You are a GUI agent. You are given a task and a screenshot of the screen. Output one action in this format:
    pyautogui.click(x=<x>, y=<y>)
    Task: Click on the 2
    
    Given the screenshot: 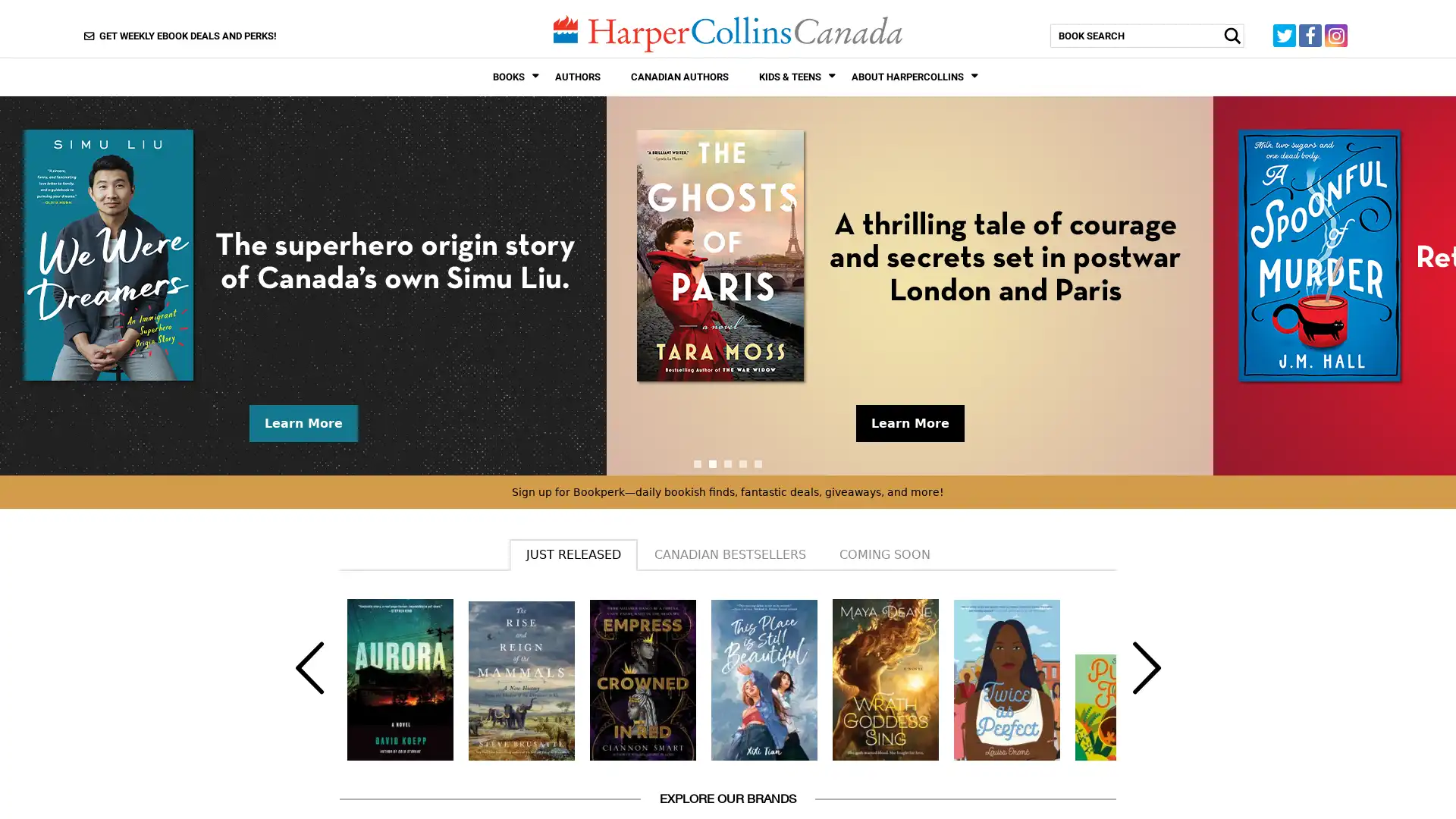 What is the action you would take?
    pyautogui.click(x=712, y=462)
    